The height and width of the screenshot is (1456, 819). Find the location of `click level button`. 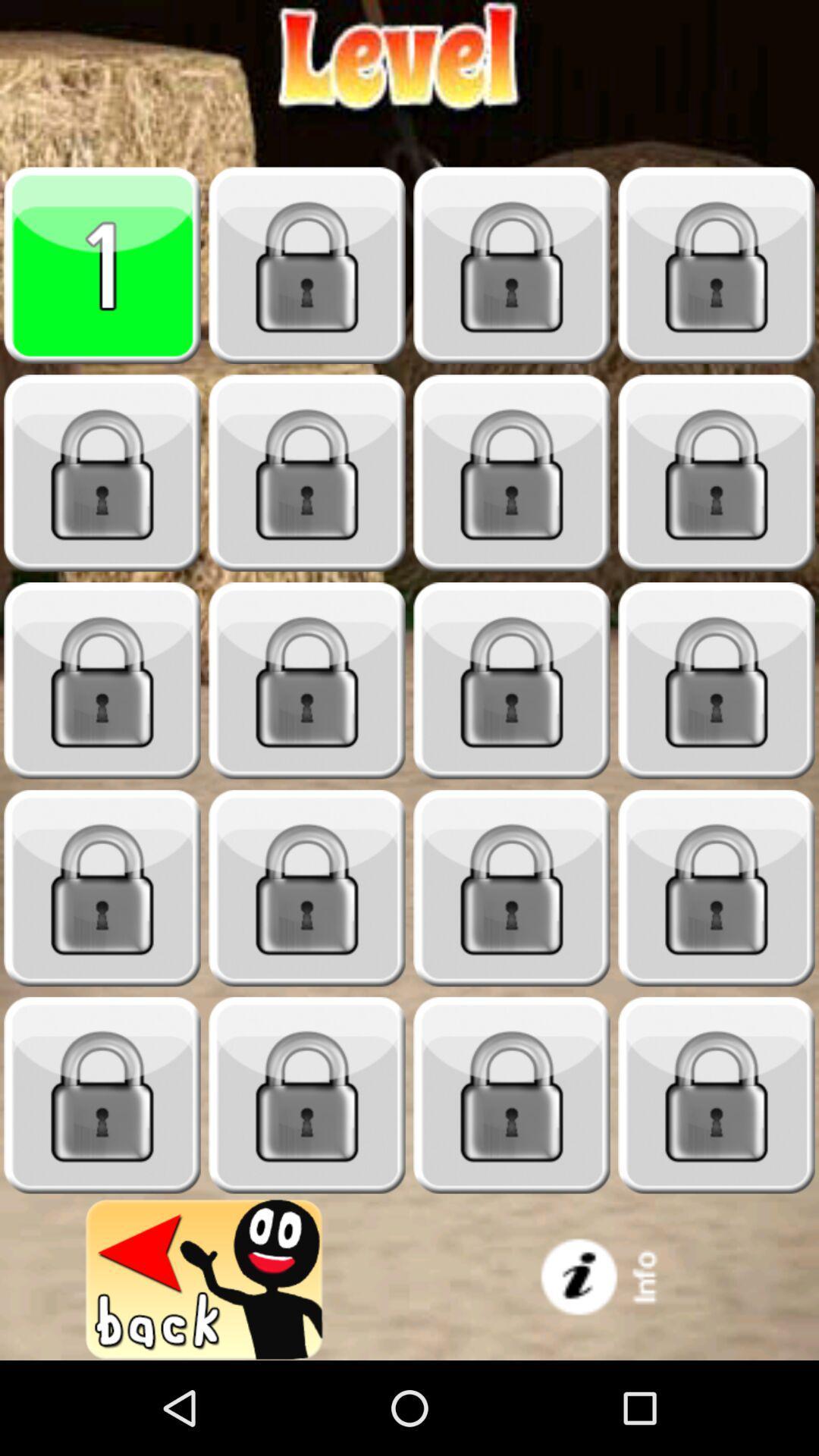

click level button is located at coordinates (717, 472).